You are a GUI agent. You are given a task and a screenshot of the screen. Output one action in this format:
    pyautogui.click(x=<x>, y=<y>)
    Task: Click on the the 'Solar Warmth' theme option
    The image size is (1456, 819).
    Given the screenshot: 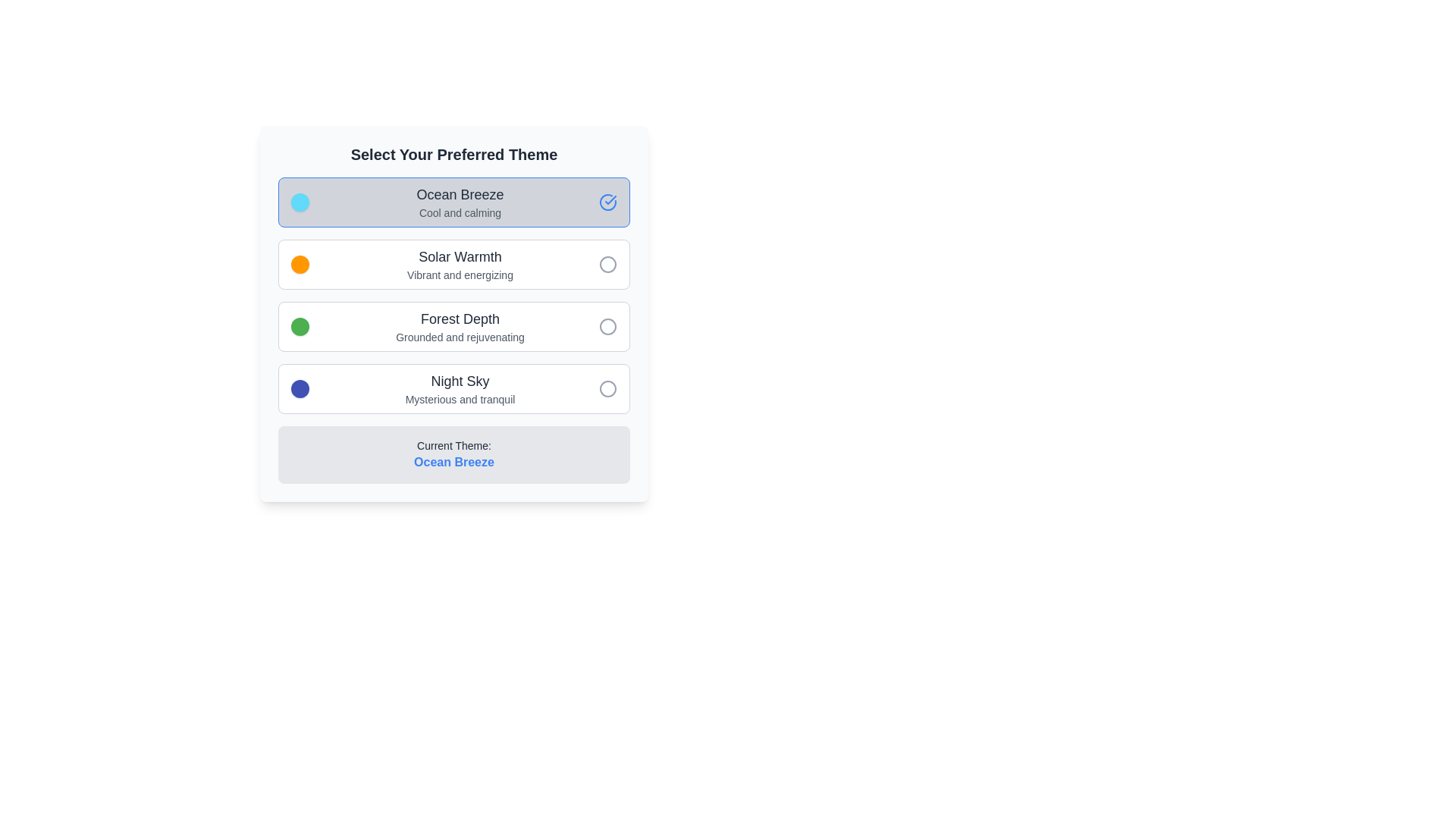 What is the action you would take?
    pyautogui.click(x=453, y=263)
    